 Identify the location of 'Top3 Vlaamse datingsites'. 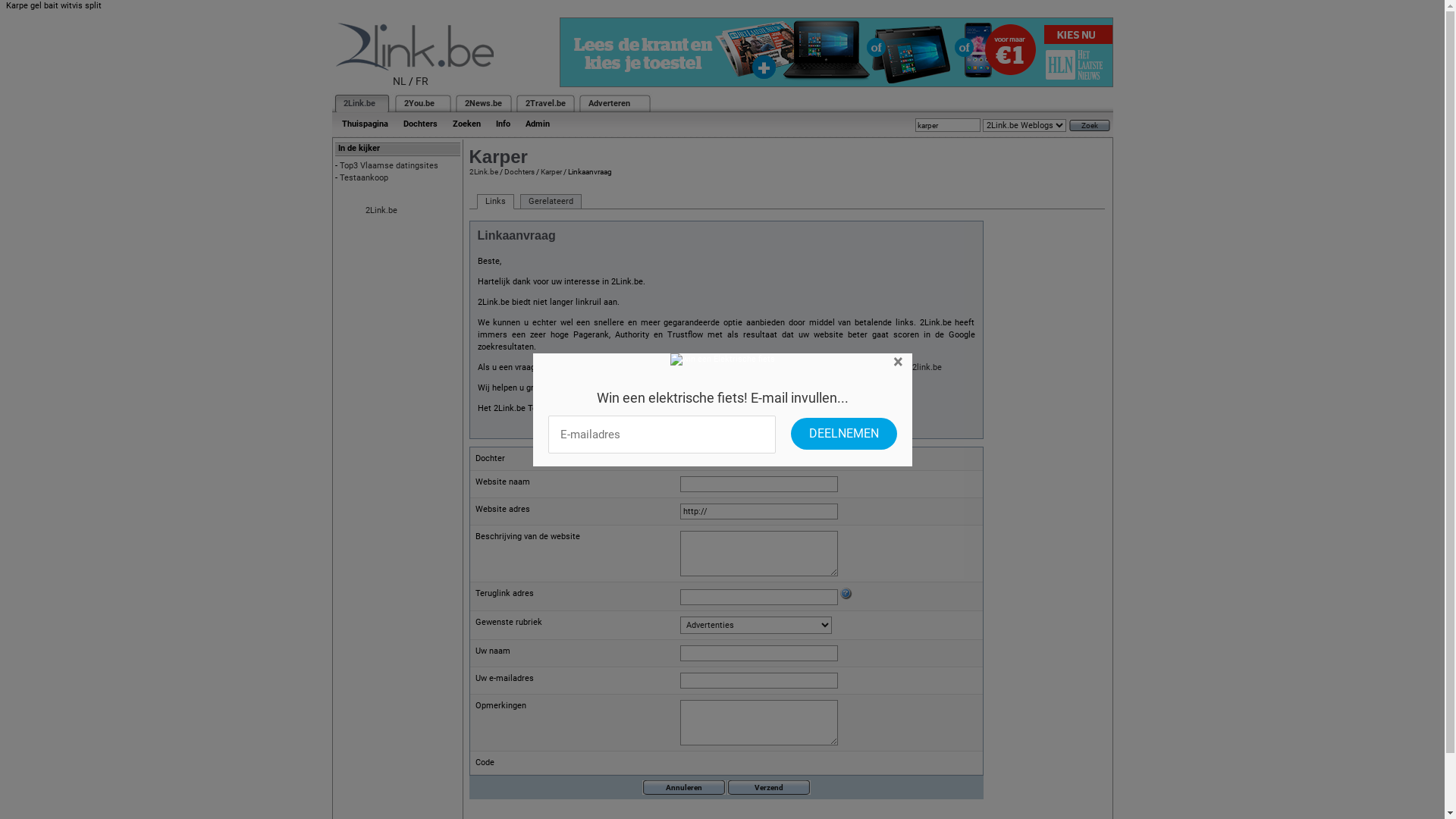
(389, 165).